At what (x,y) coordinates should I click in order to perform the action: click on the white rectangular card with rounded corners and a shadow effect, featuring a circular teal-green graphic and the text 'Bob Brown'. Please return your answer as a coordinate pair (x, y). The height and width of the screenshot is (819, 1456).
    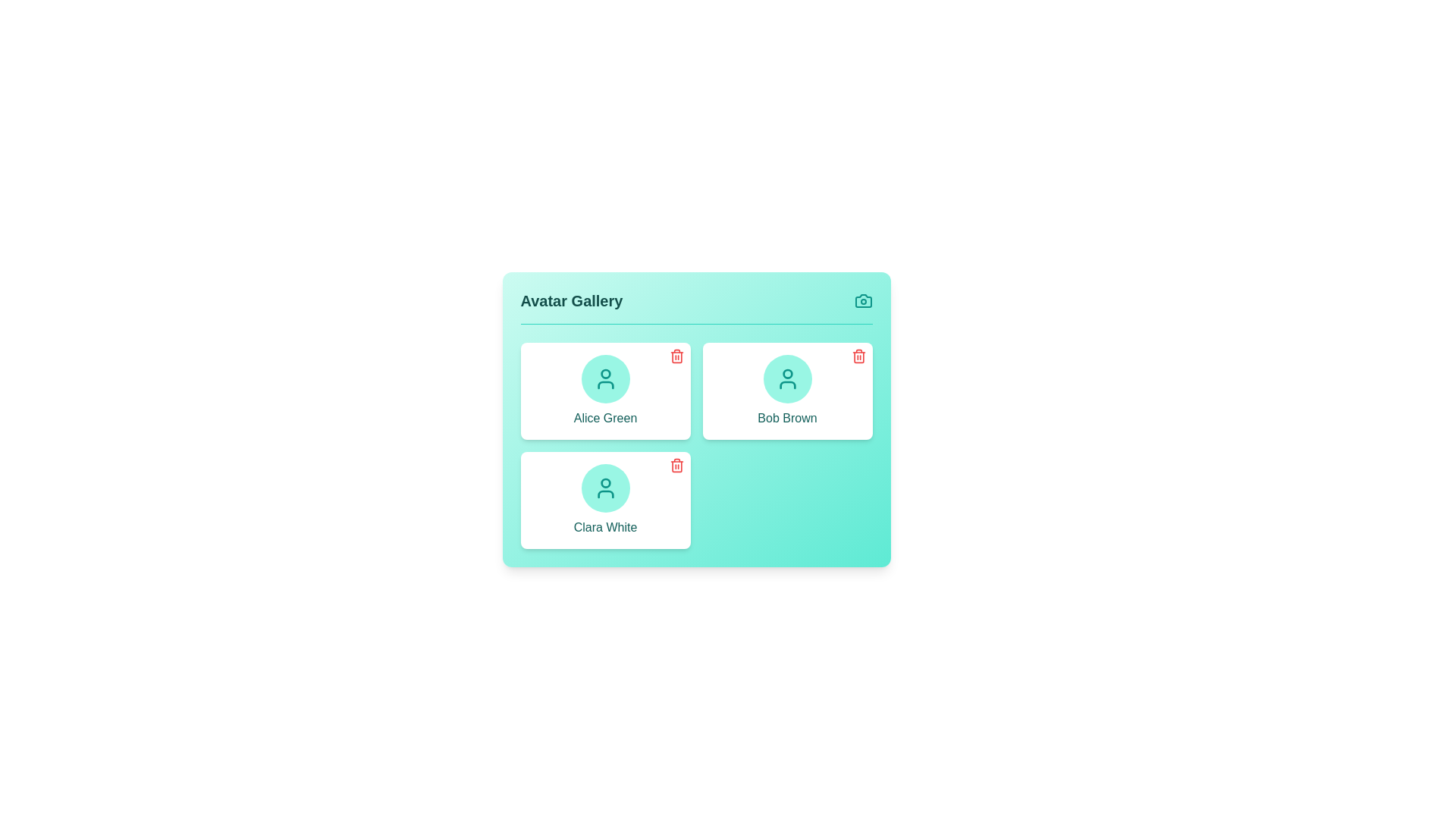
    Looking at the image, I should click on (787, 391).